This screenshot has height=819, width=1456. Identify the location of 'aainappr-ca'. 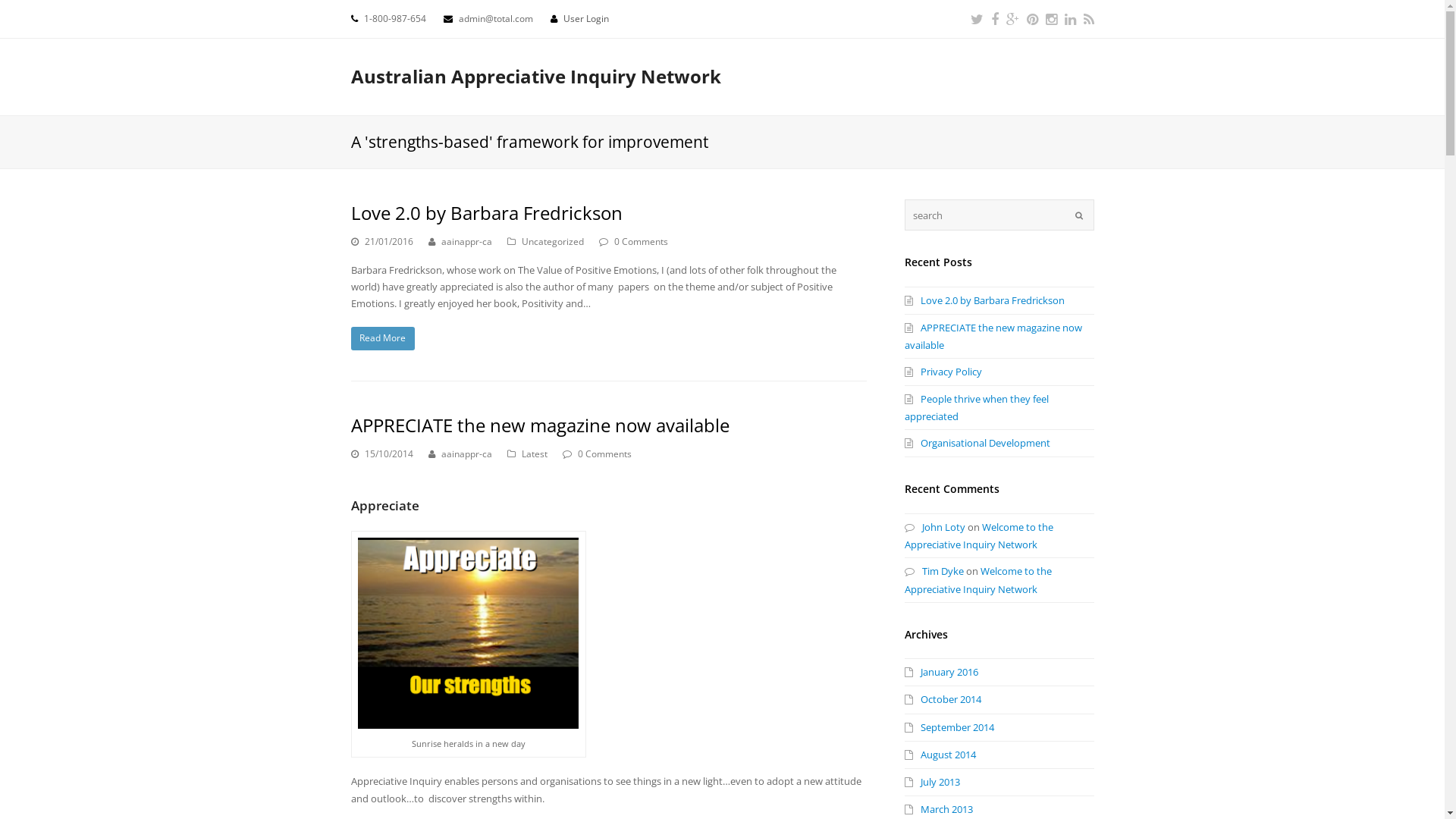
(440, 240).